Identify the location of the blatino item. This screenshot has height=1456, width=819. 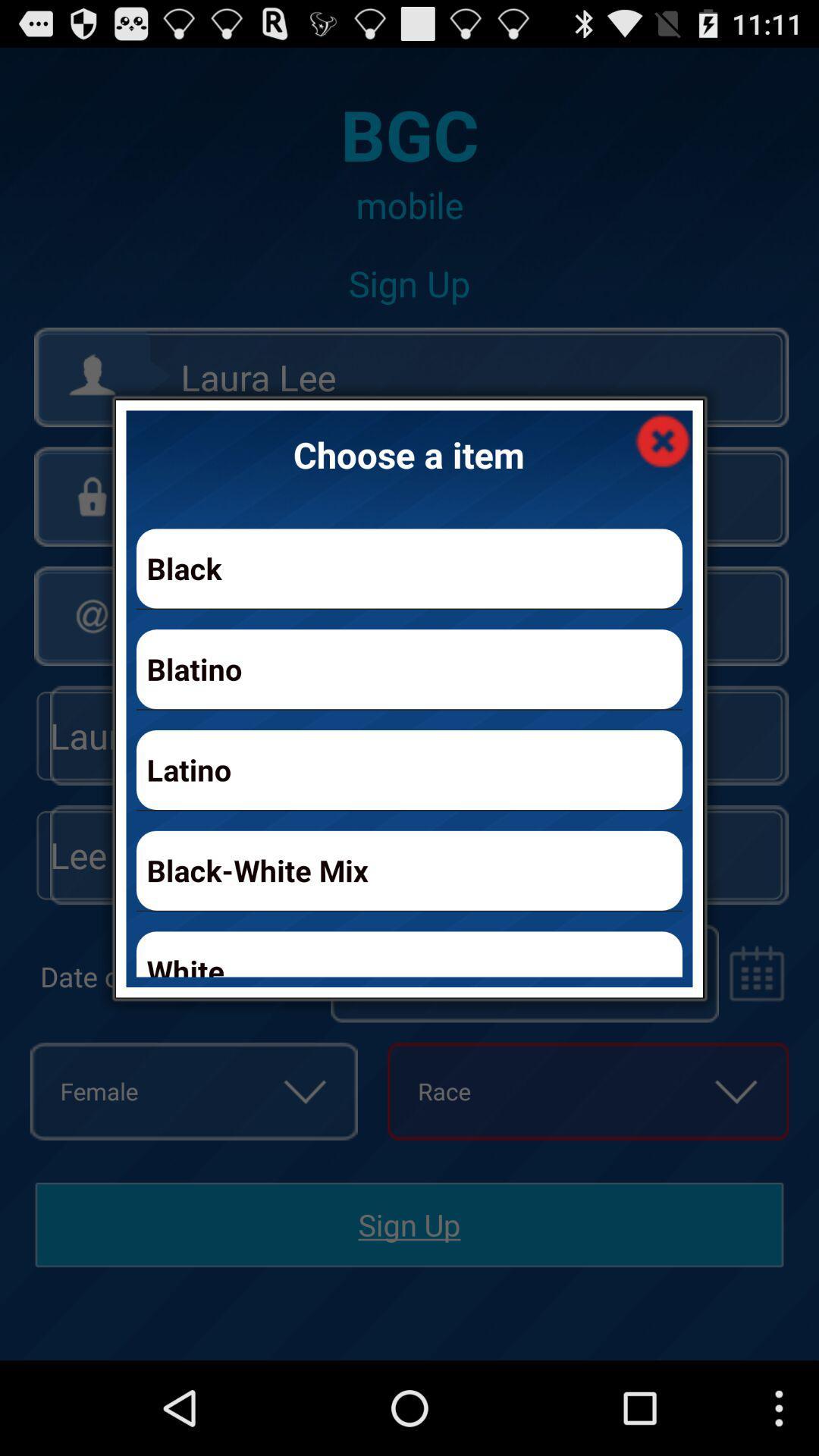
(409, 668).